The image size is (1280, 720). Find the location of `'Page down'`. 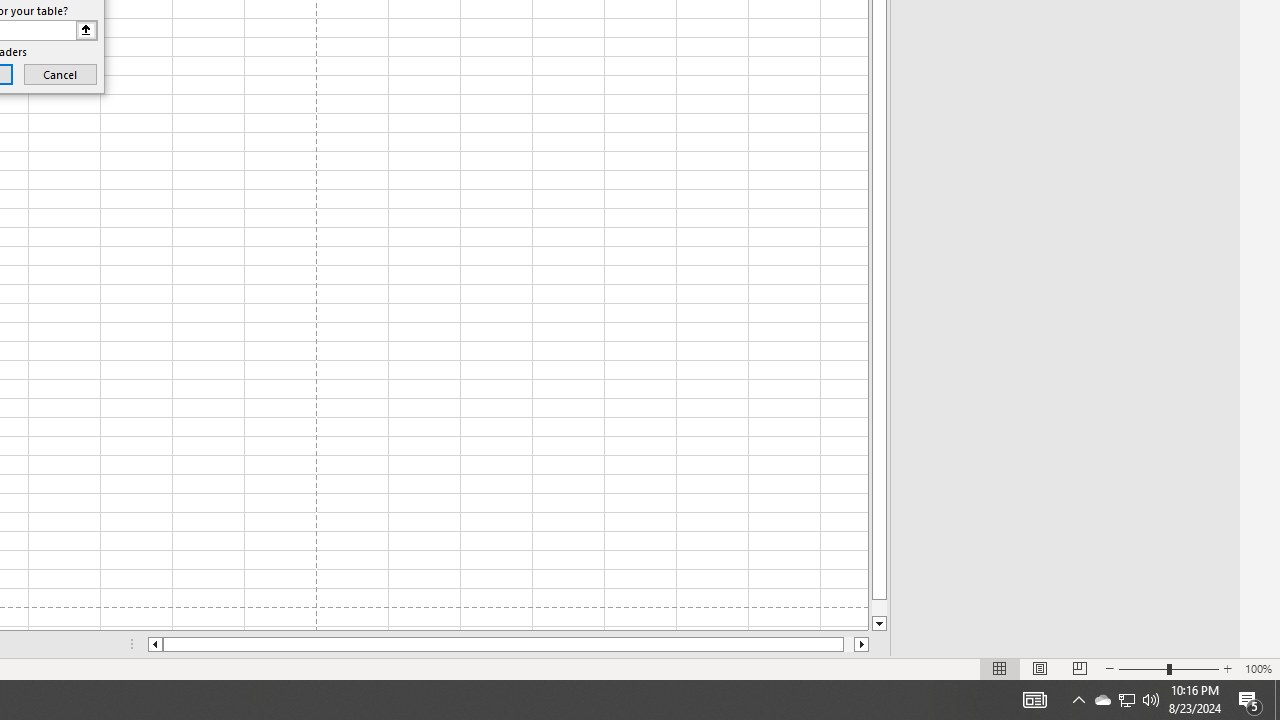

'Page down' is located at coordinates (879, 607).